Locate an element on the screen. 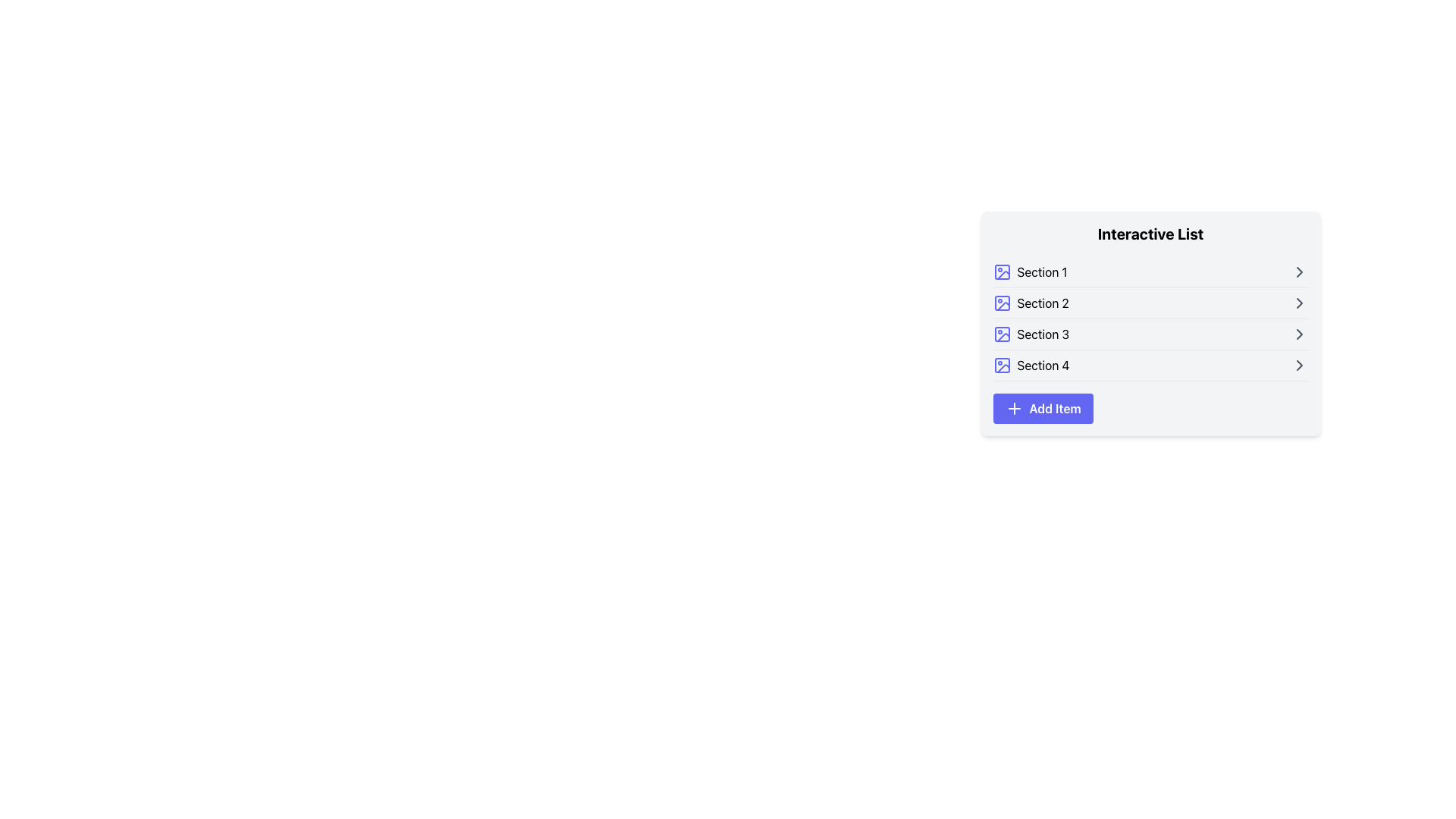  the icon resembling a framed image with a small circle in the top left corner and a diagonal line crossing part of it, located to the left of the text 'Section 3' in the bottom right of the interface is located at coordinates (1002, 333).